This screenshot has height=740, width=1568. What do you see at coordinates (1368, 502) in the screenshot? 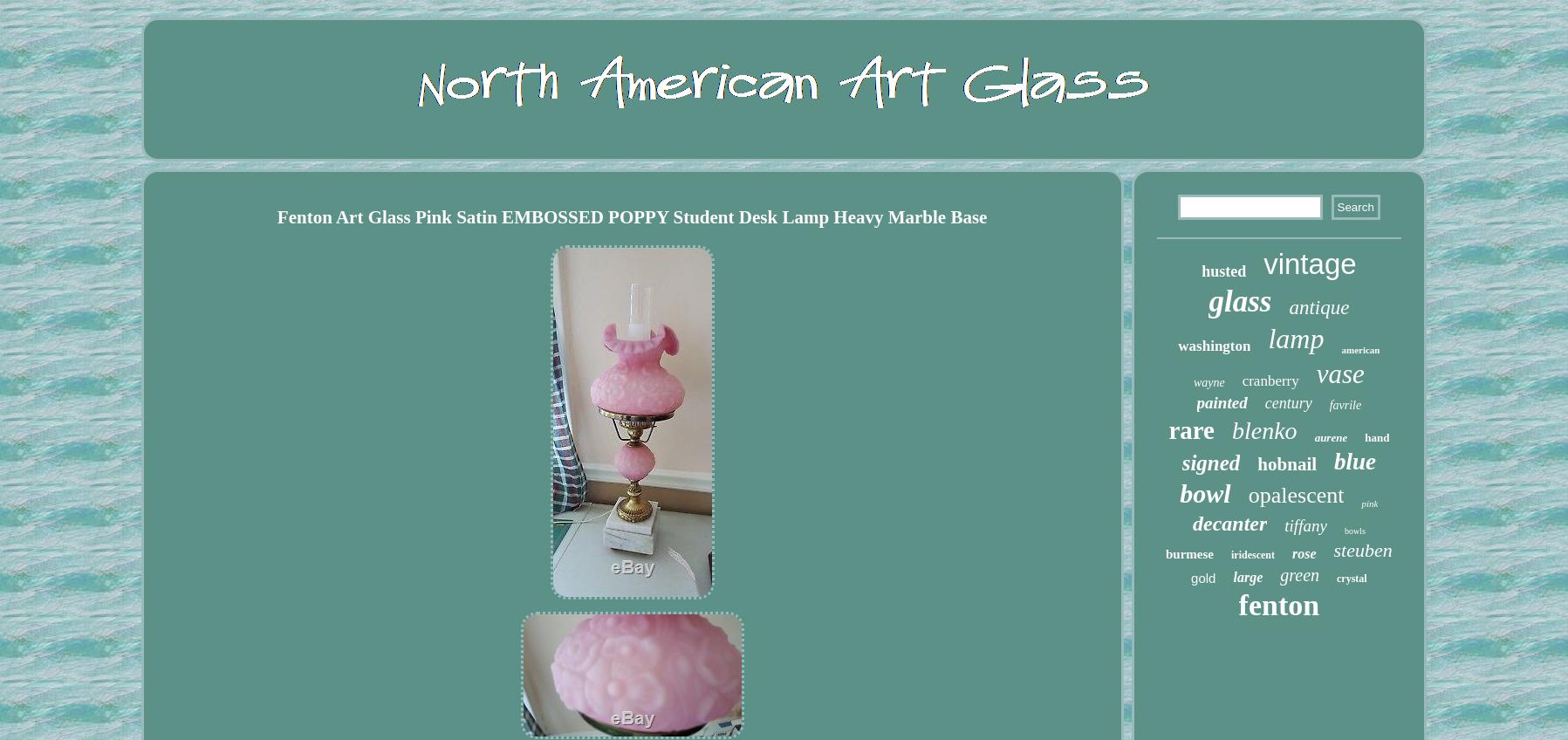
I see `'pink'` at bounding box center [1368, 502].